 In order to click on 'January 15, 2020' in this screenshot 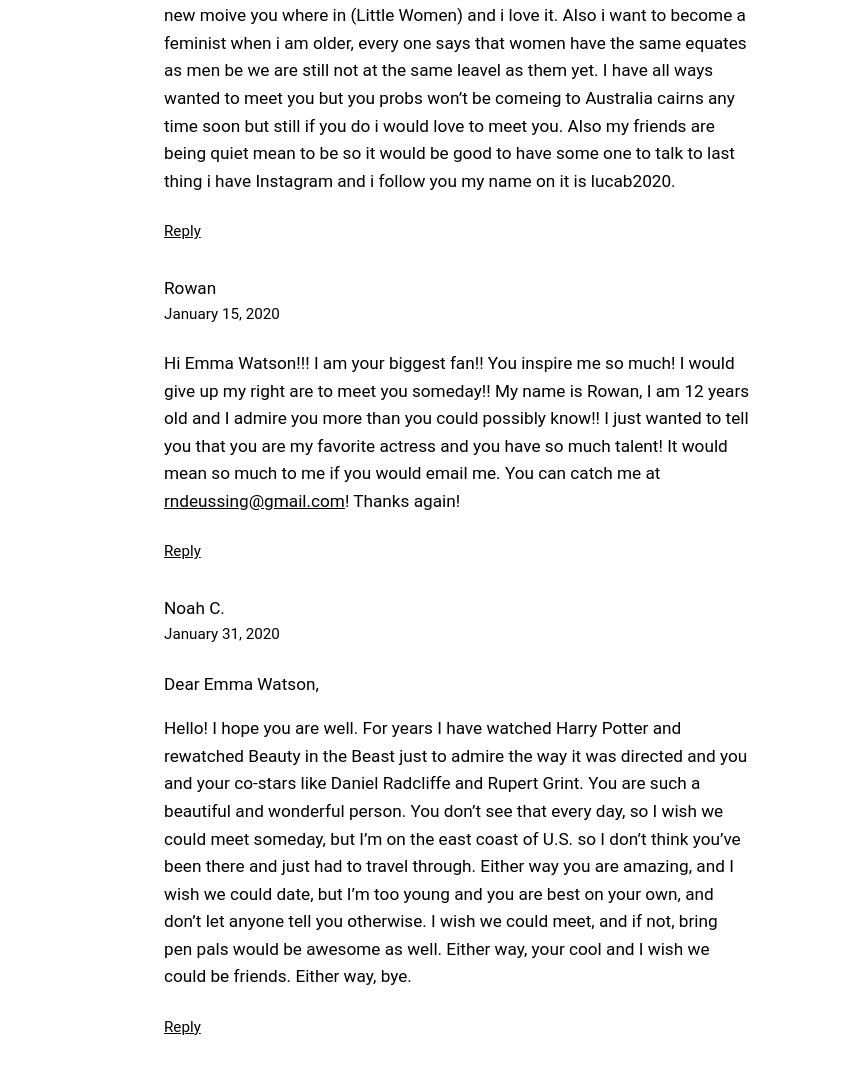, I will do `click(163, 314)`.